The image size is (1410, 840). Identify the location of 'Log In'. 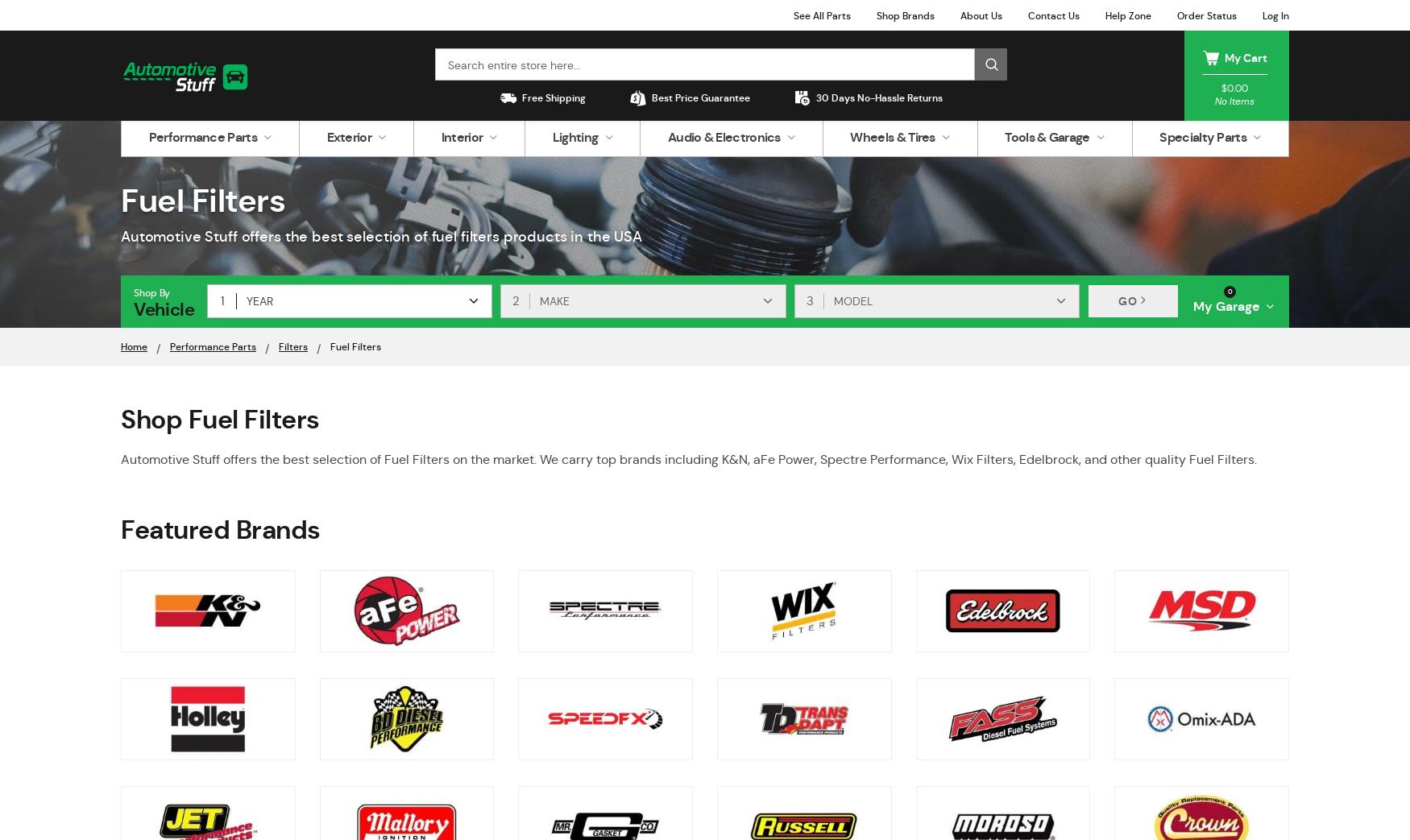
(1275, 14).